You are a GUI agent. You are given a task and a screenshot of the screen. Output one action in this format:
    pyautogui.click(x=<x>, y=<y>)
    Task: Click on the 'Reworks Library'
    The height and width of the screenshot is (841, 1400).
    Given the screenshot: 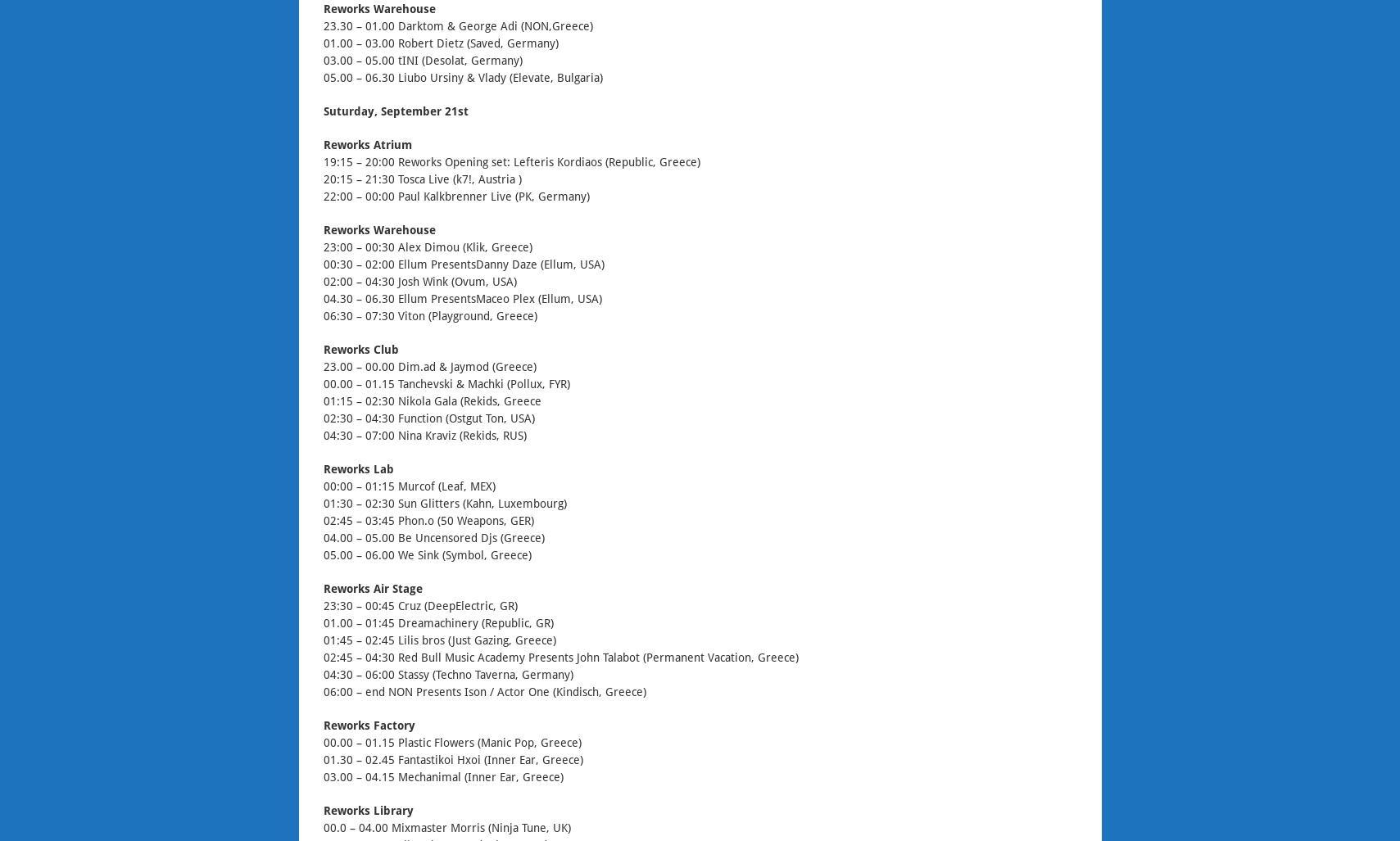 What is the action you would take?
    pyautogui.click(x=369, y=809)
    